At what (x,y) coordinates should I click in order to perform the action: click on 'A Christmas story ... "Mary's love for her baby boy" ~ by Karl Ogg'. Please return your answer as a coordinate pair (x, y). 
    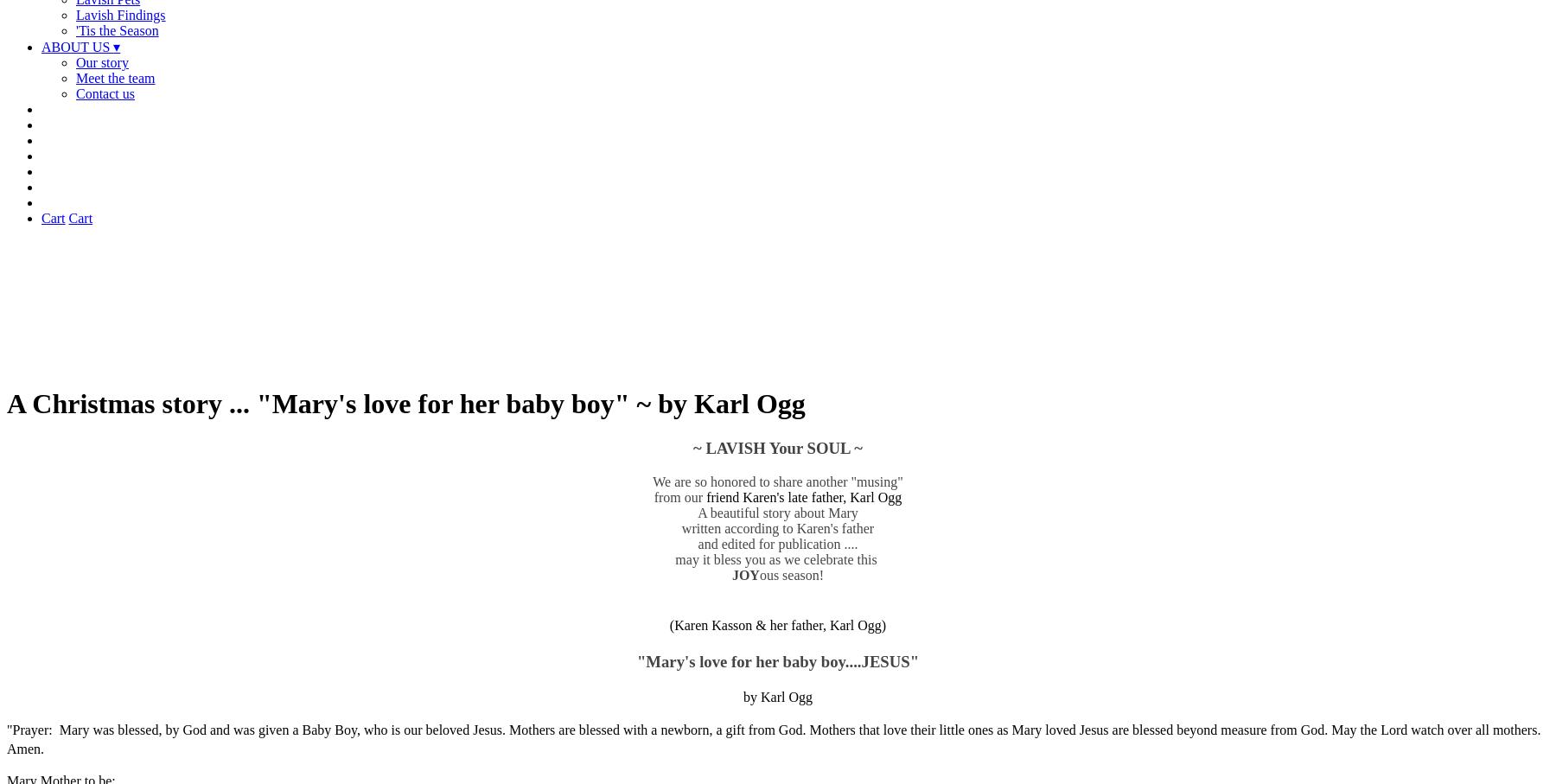
    Looking at the image, I should click on (405, 404).